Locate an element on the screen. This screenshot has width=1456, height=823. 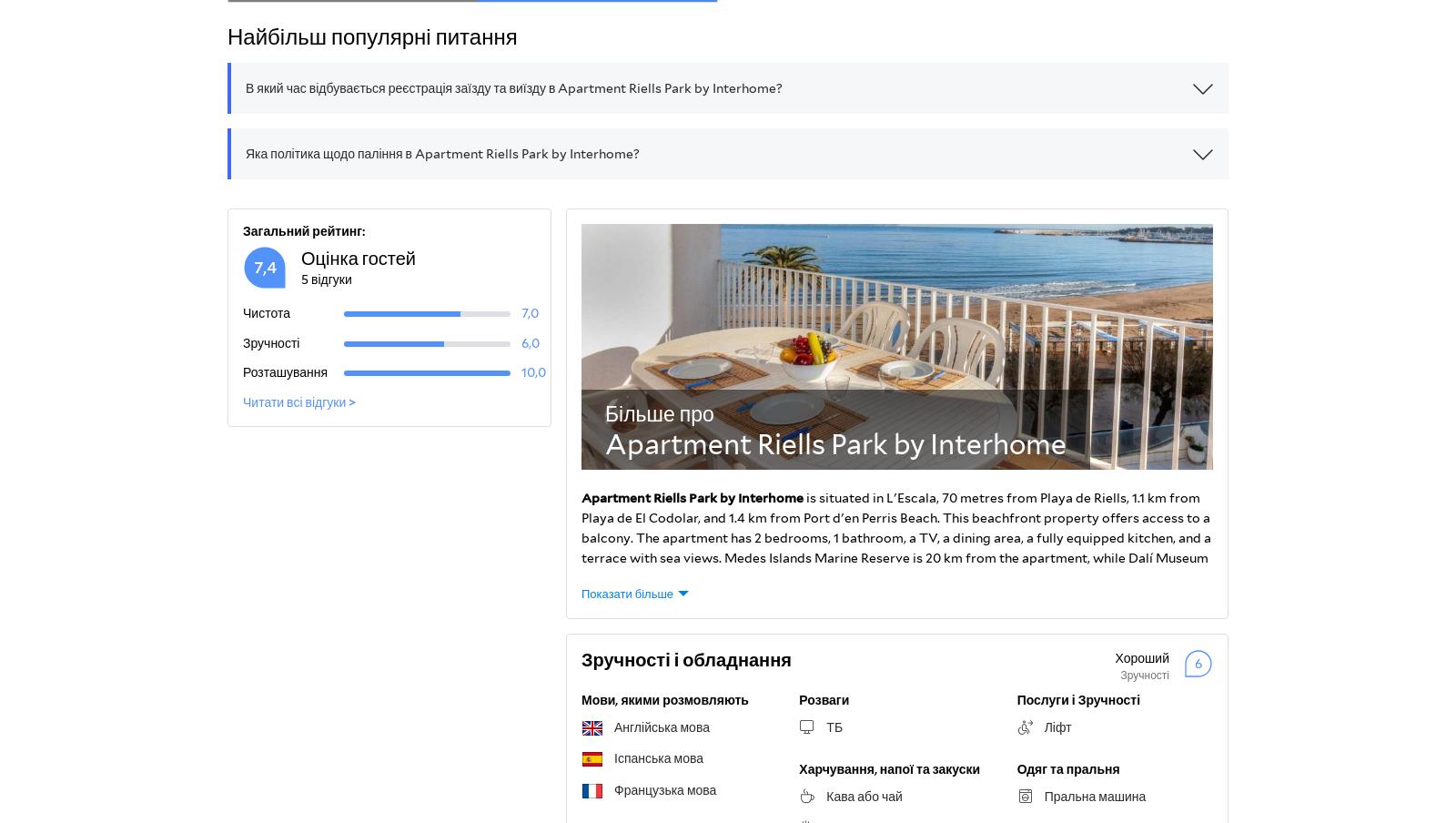
'Загальний рейтинг:' is located at coordinates (303, 230).